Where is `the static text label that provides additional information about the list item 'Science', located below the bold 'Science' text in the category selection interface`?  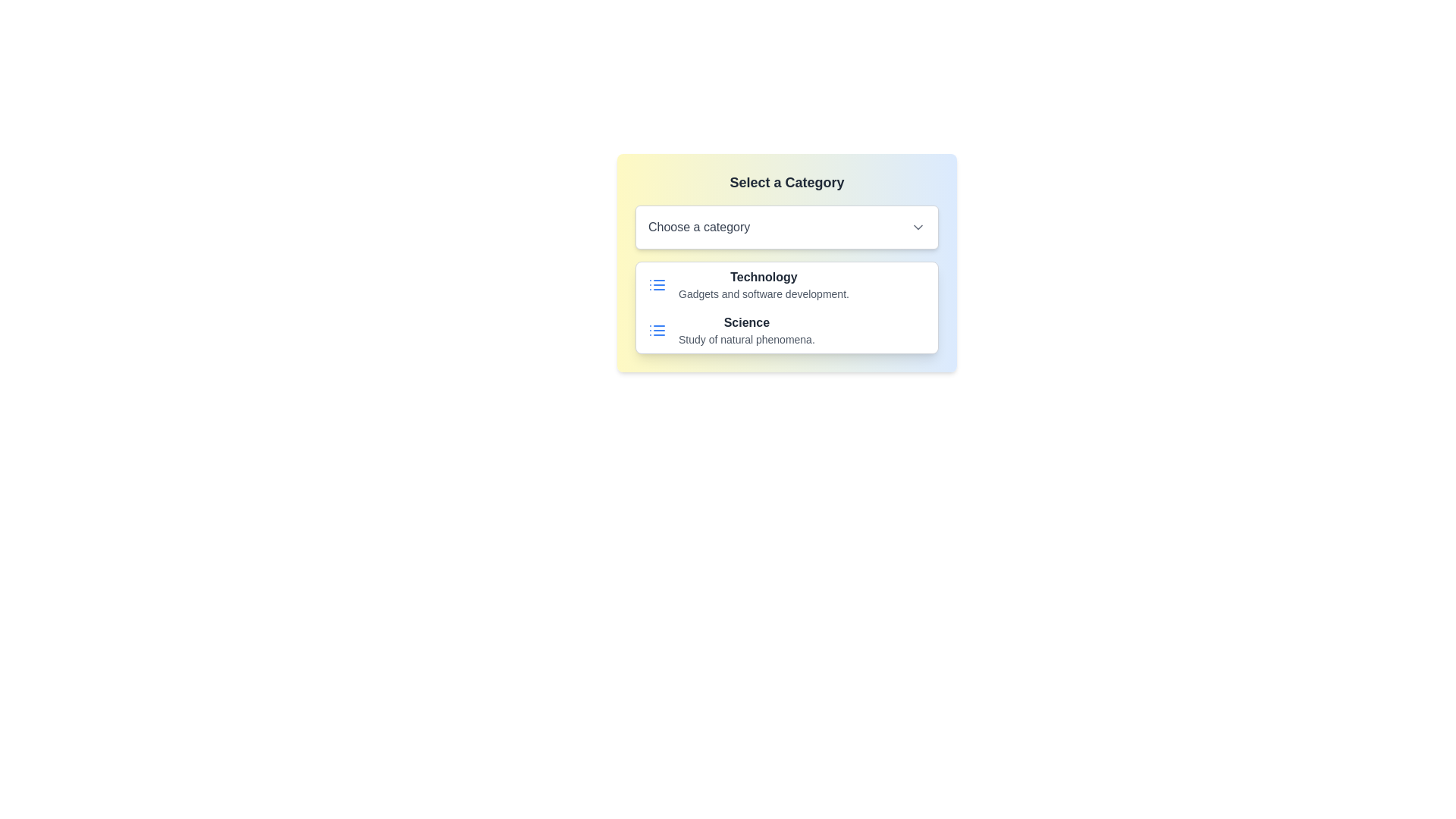 the static text label that provides additional information about the list item 'Science', located below the bold 'Science' text in the category selection interface is located at coordinates (746, 338).